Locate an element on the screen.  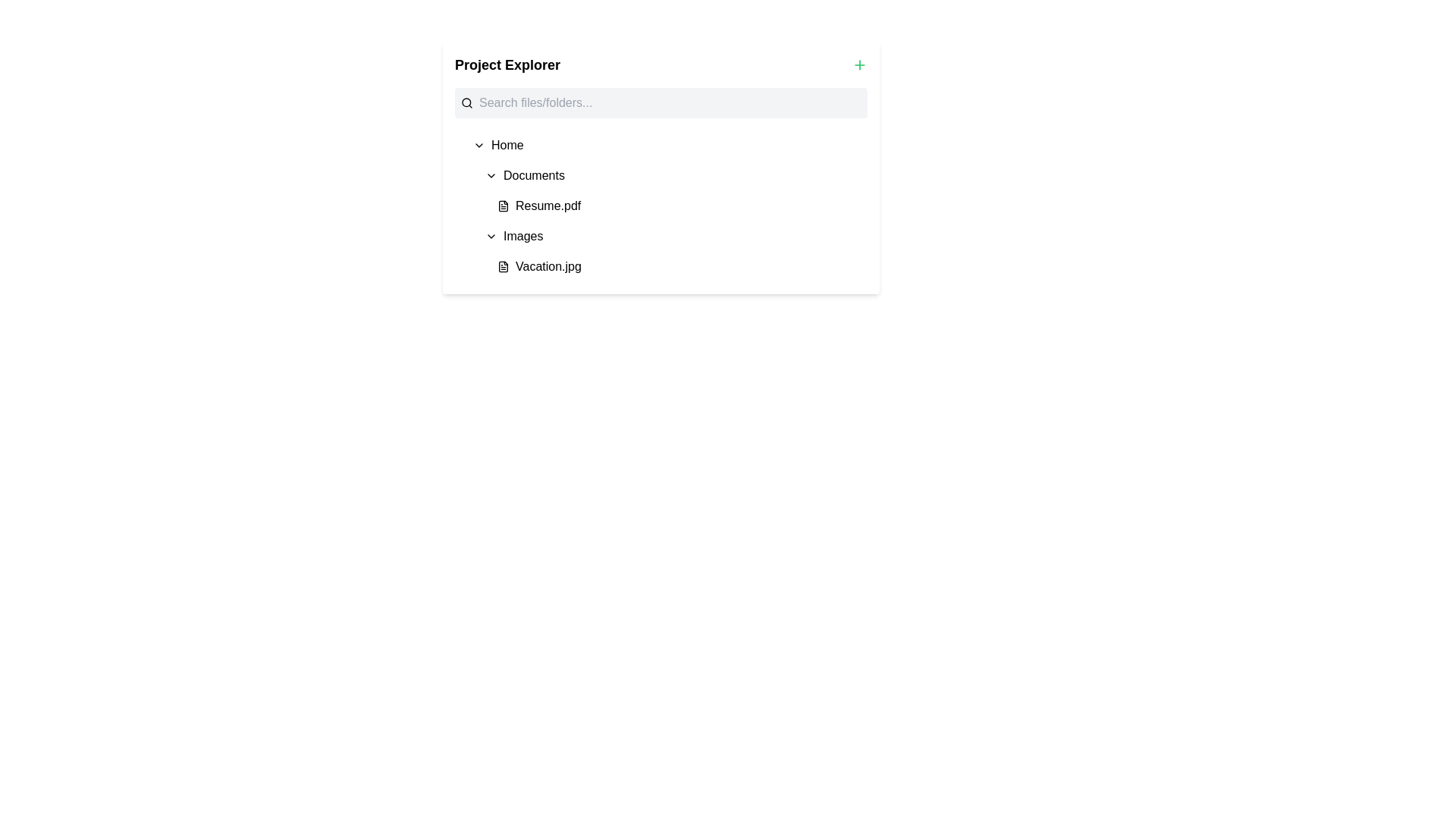
the selectable text display for the file named 'Resume.pdf' located in the 'Documents' folder is located at coordinates (548, 206).